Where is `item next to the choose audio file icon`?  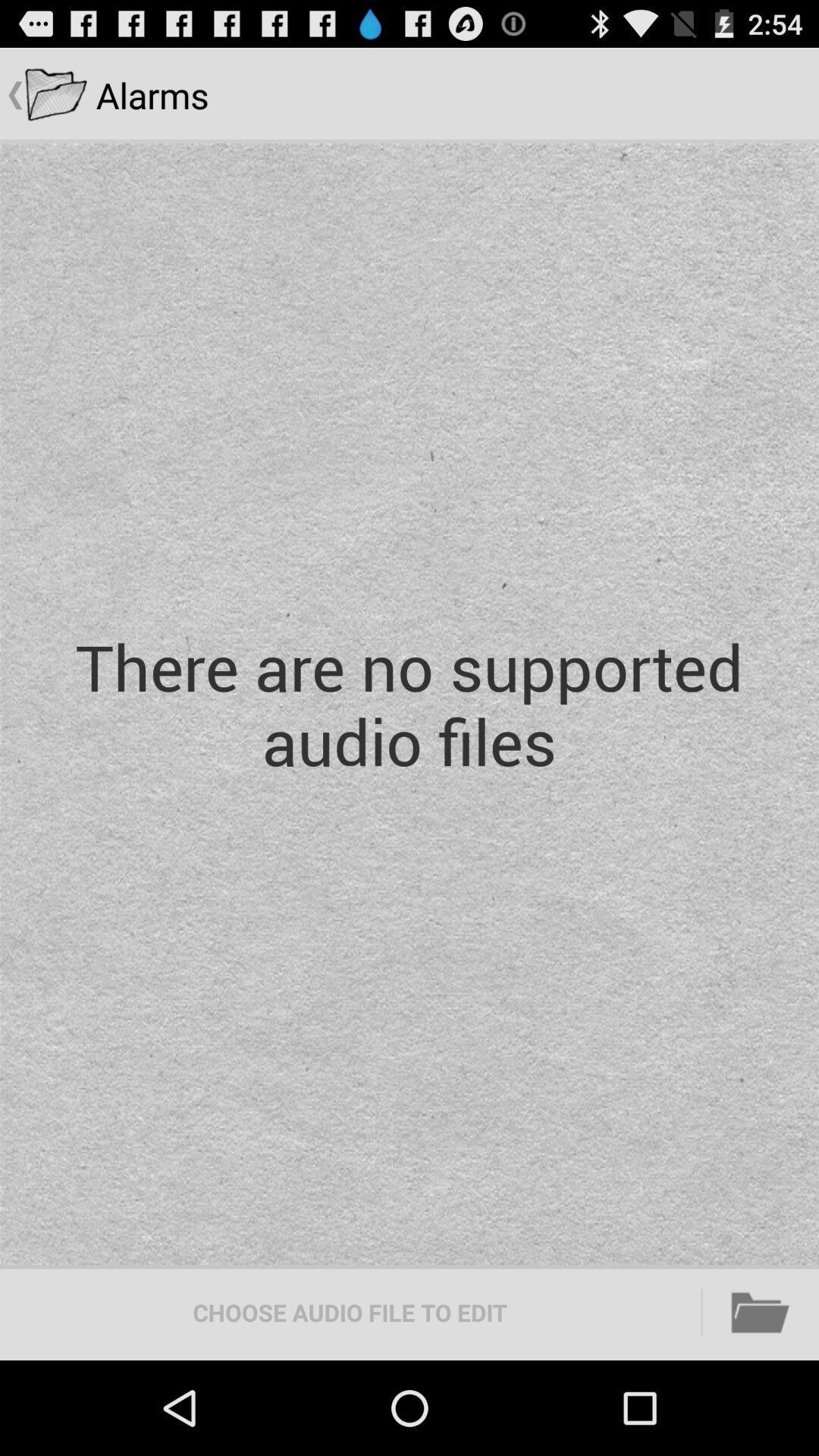 item next to the choose audio file icon is located at coordinates (761, 1312).